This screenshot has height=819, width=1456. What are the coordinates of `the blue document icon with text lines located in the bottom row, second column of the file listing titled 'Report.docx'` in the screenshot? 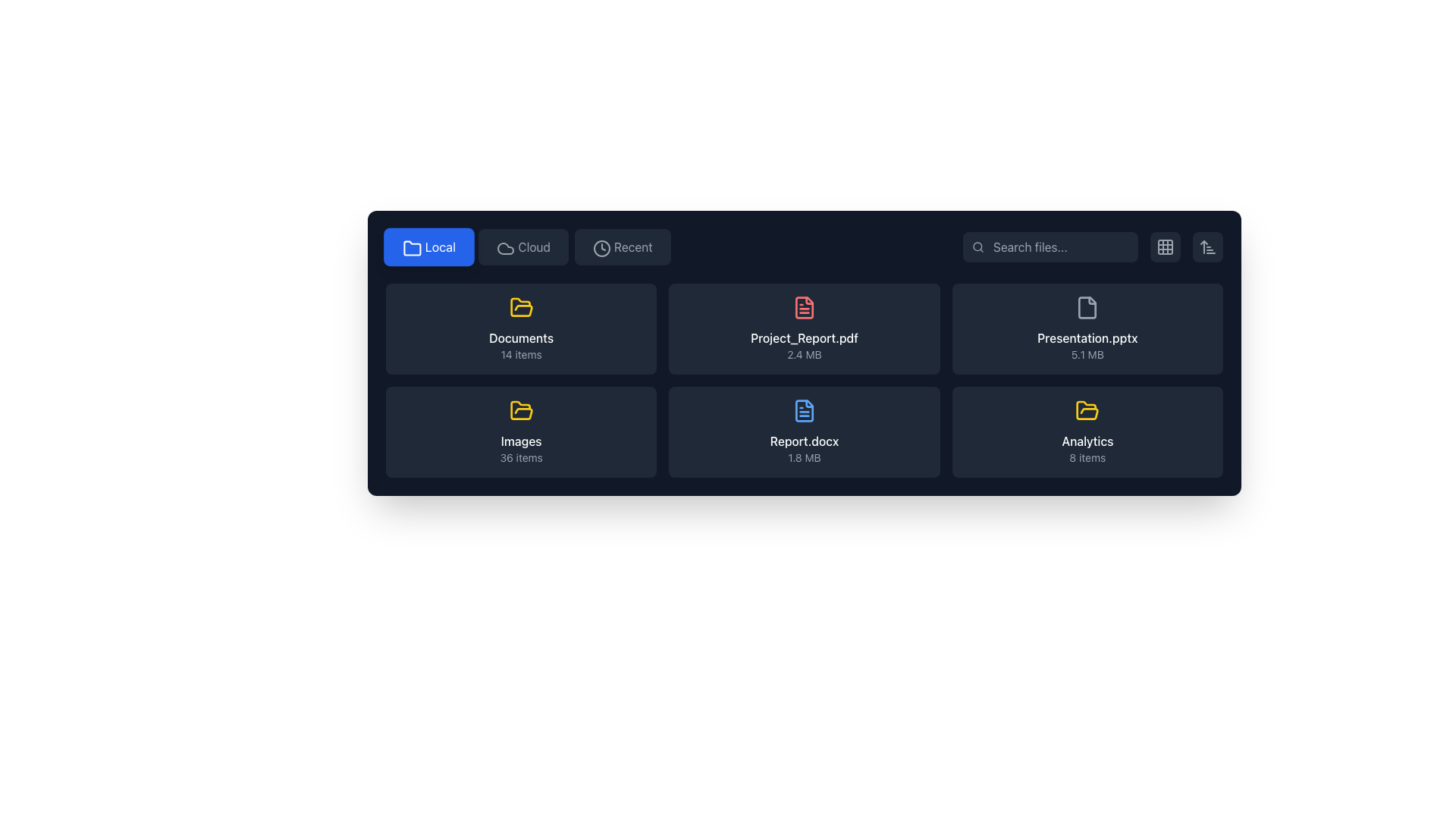 It's located at (803, 411).